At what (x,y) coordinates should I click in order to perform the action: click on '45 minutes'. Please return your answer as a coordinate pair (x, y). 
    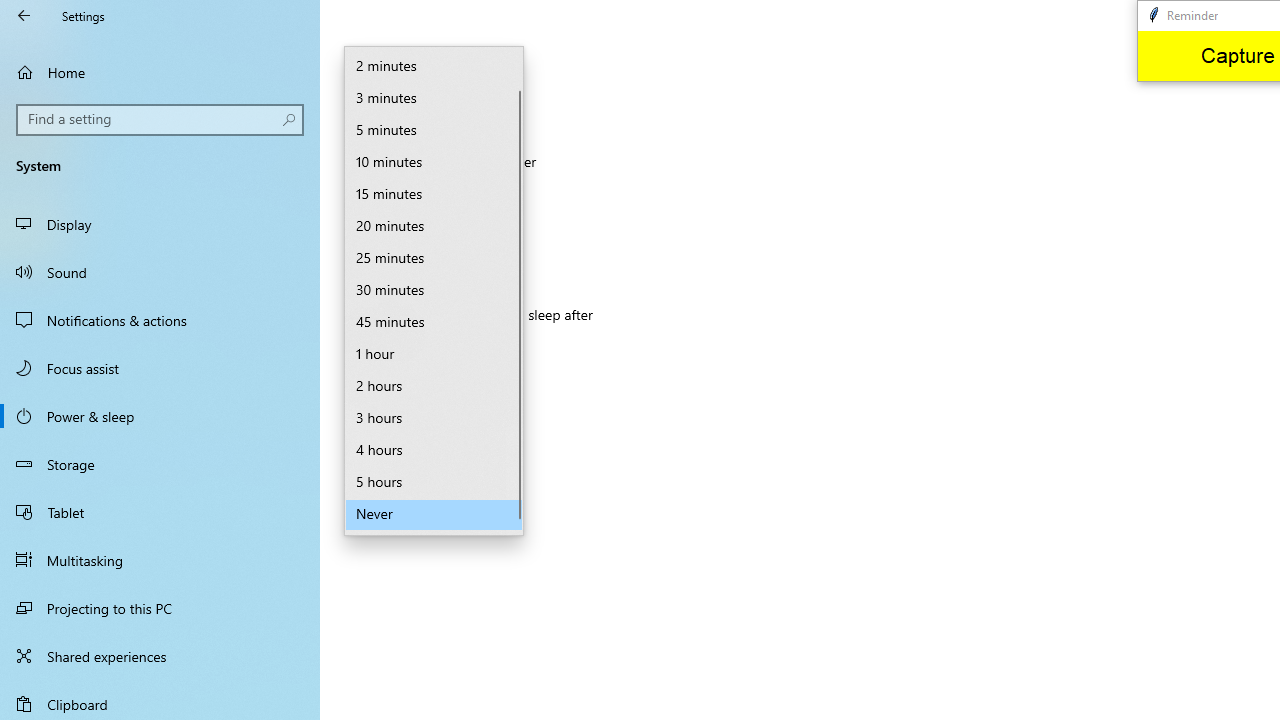
    Looking at the image, I should click on (433, 321).